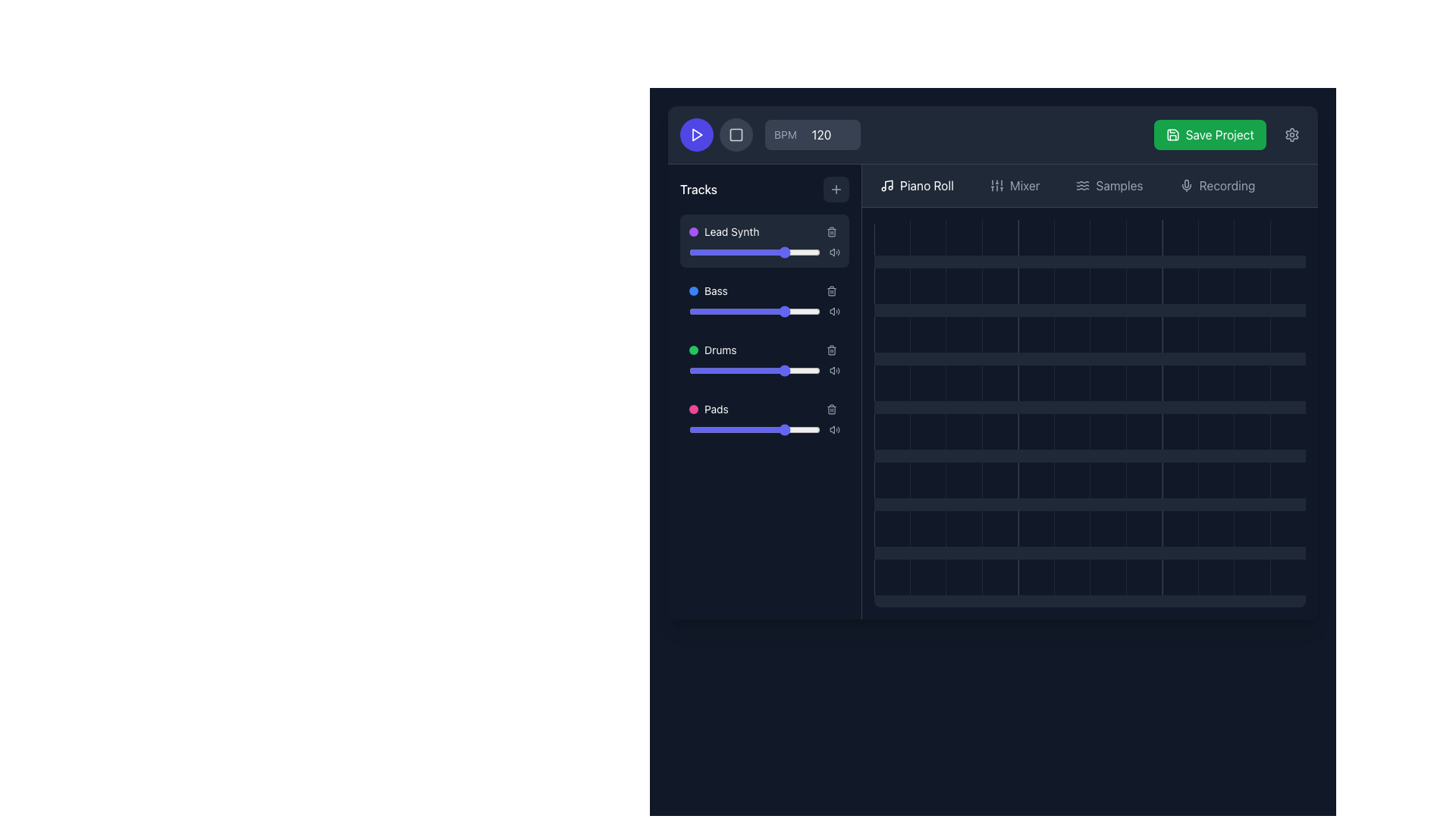 The image size is (1456, 819). What do you see at coordinates (1229, 133) in the screenshot?
I see `the save button located in the top-right corner of the header` at bounding box center [1229, 133].